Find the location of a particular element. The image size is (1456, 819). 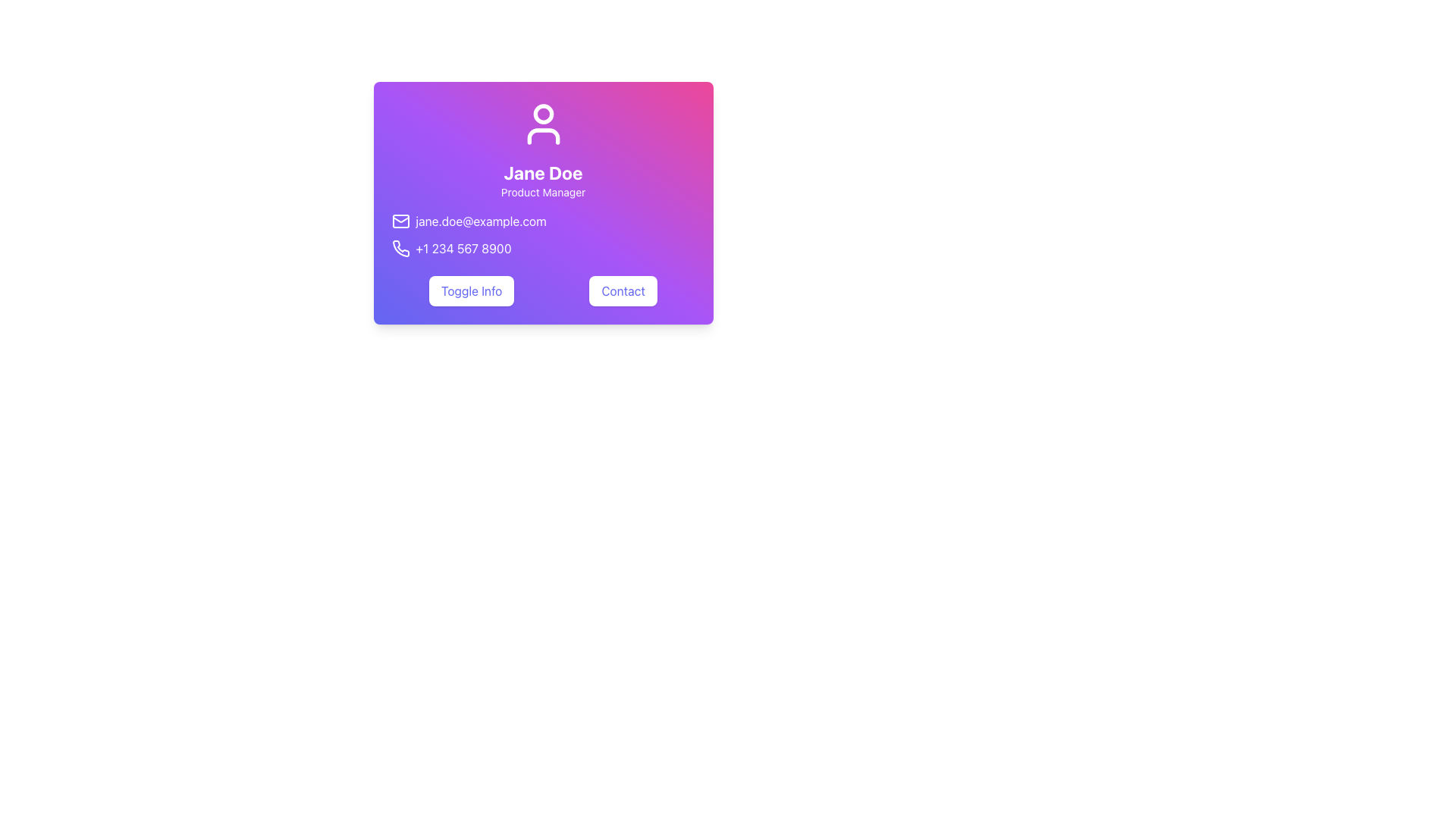

the purple envelope icon representing email, which is located beside the email address 'jane.doe@example.com' is located at coordinates (400, 221).